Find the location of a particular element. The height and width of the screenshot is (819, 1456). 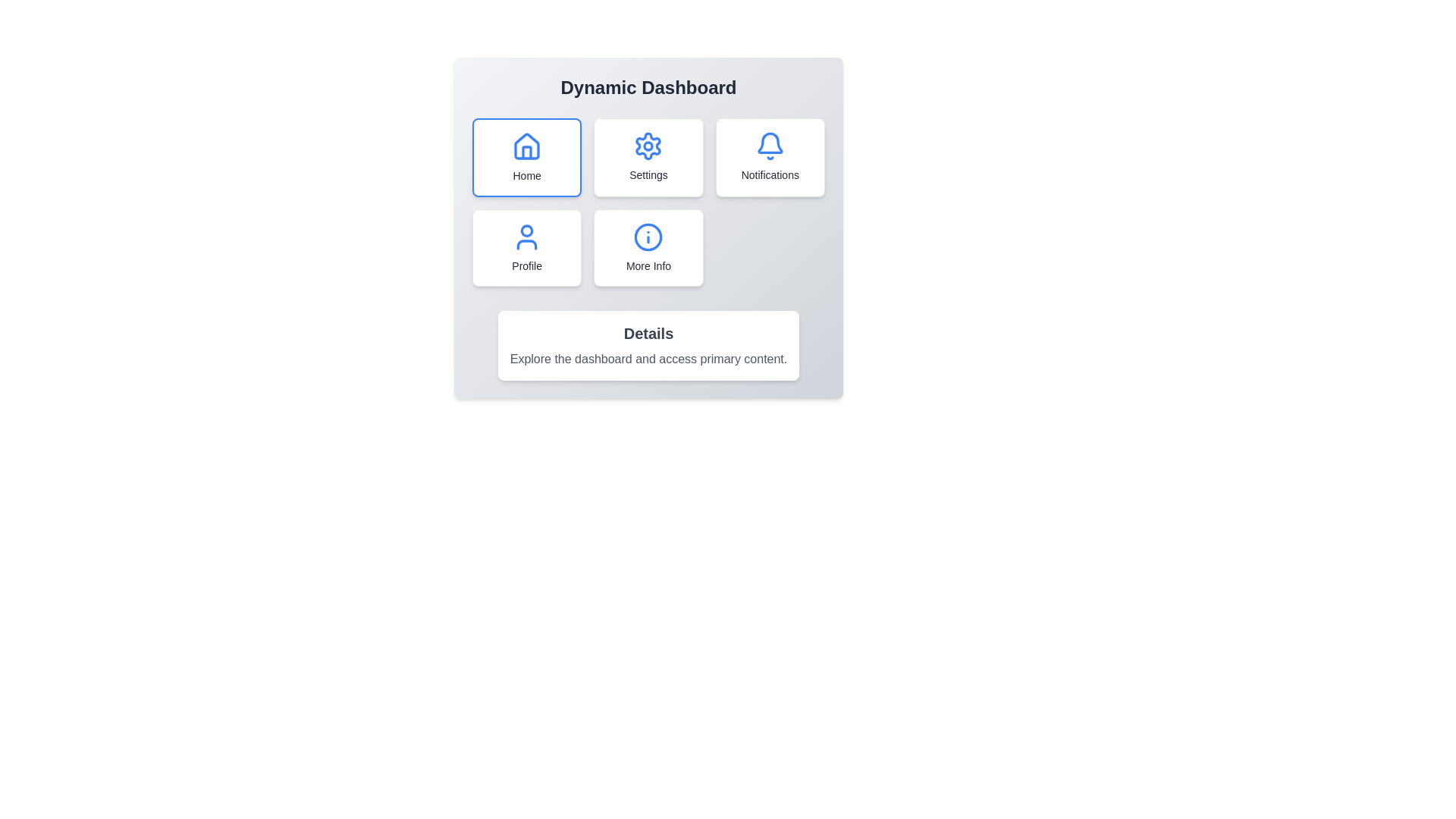

the circular 'info' icon with a blue border and white background, which is part of the 'More Info' button located in the second row and third column of the button grid is located at coordinates (648, 237).